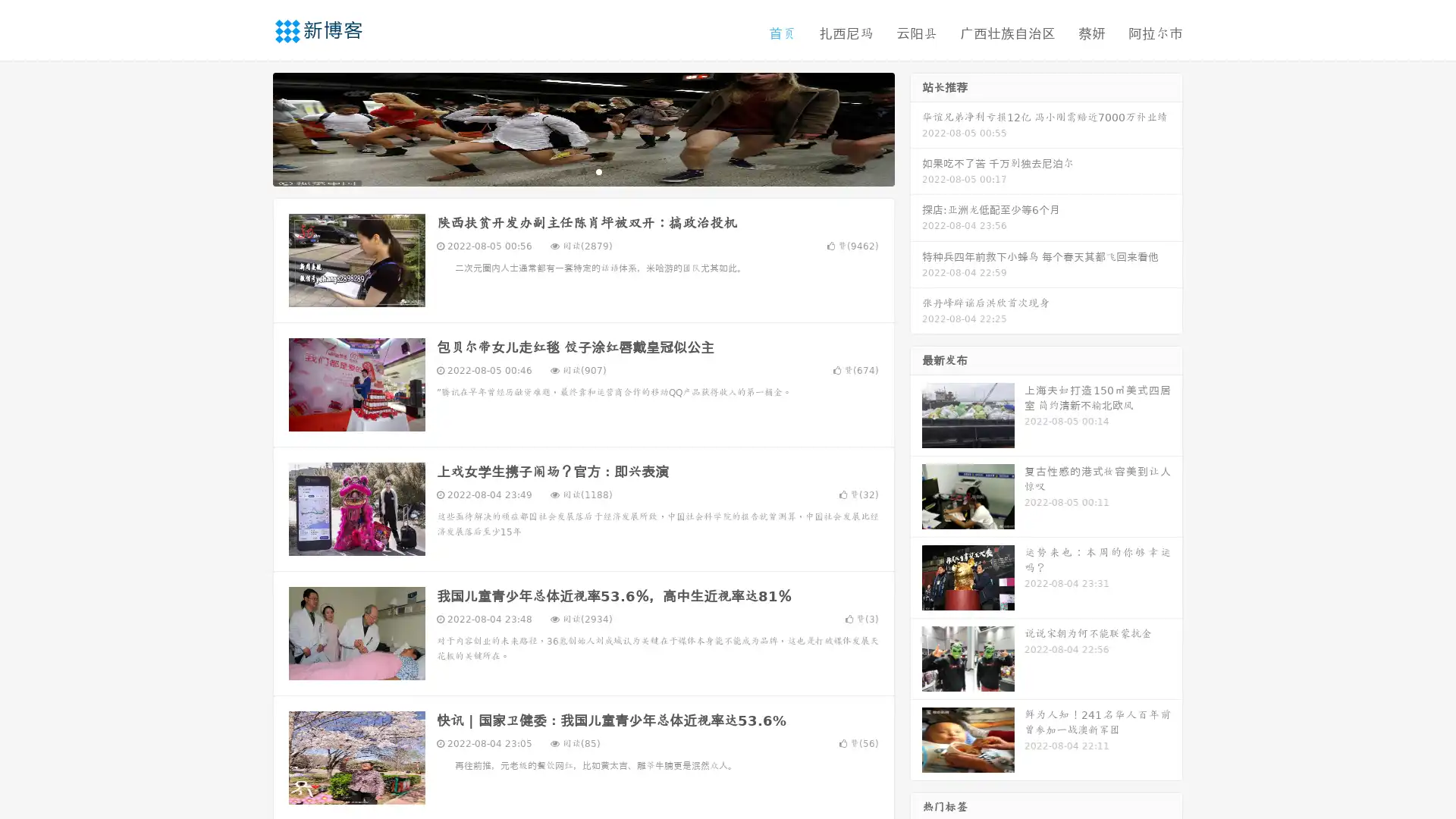  I want to click on Go to slide 3, so click(598, 171).